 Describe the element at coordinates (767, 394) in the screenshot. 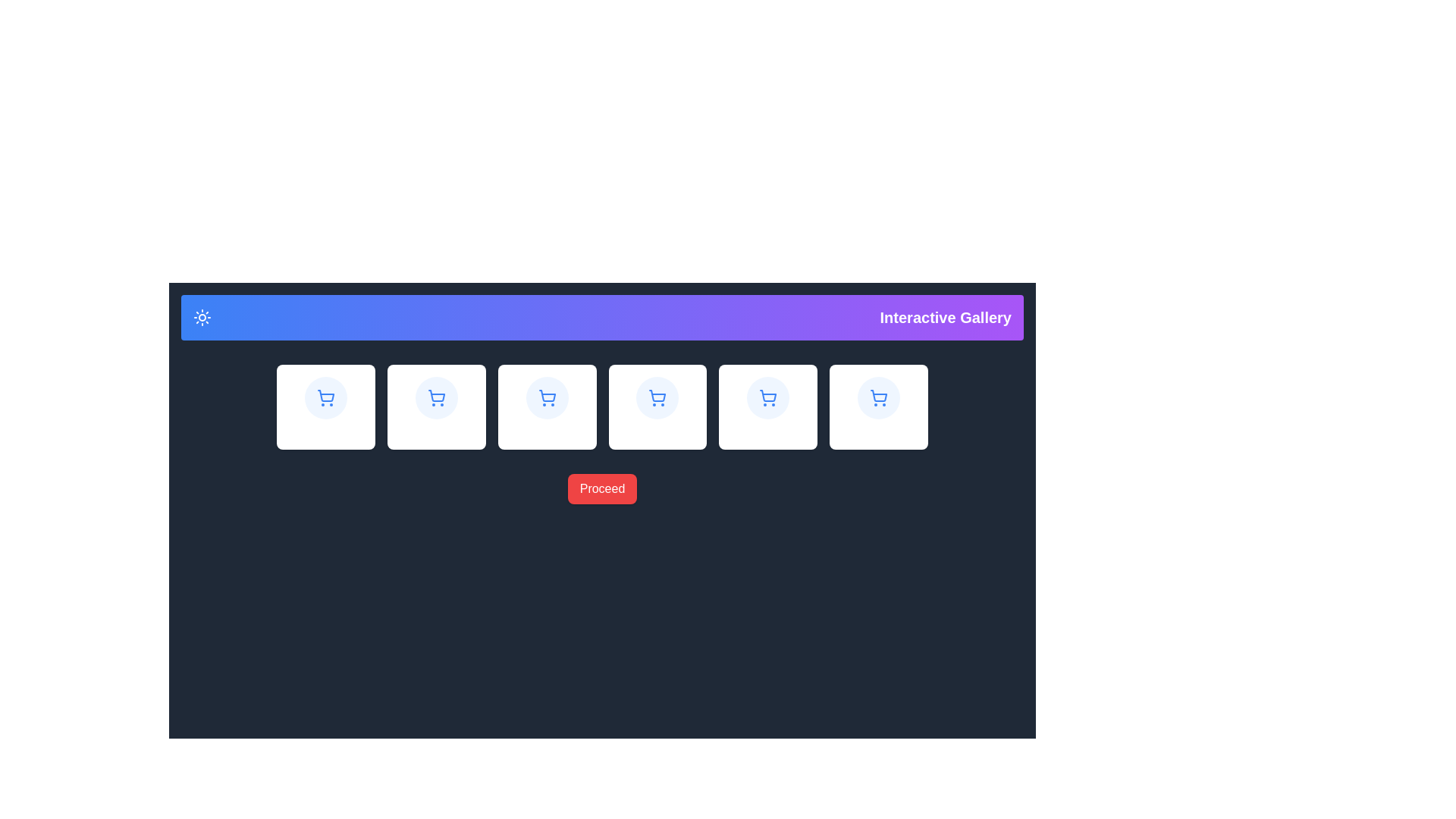

I see `the shopping cart icon, which is the fourth icon in a horizontally aligned list of similar icons, displayed in a circular blue background` at that location.